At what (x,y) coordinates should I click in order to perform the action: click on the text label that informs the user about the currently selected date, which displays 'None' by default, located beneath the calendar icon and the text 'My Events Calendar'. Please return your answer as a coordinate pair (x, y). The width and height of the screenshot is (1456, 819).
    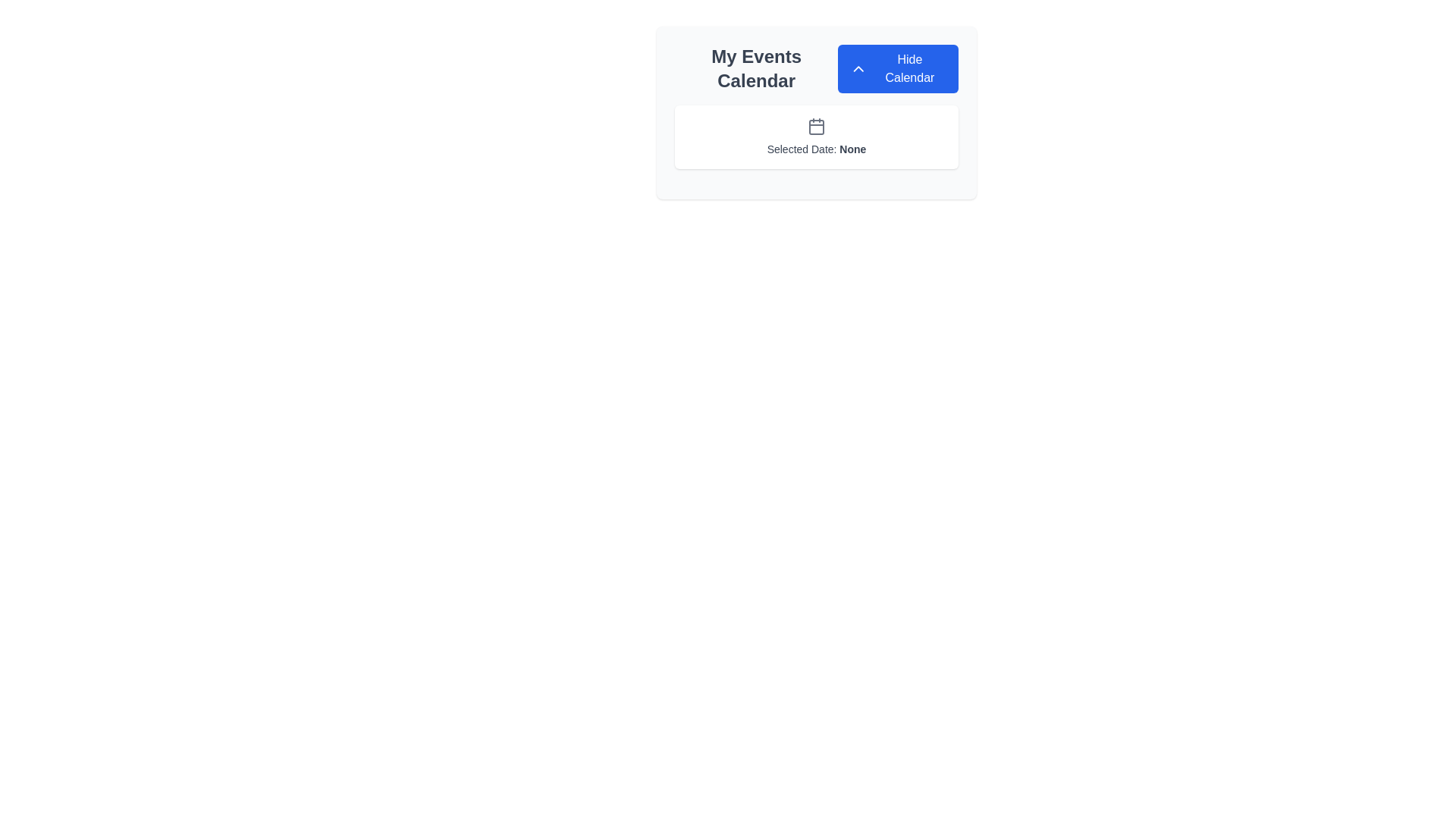
    Looking at the image, I should click on (815, 149).